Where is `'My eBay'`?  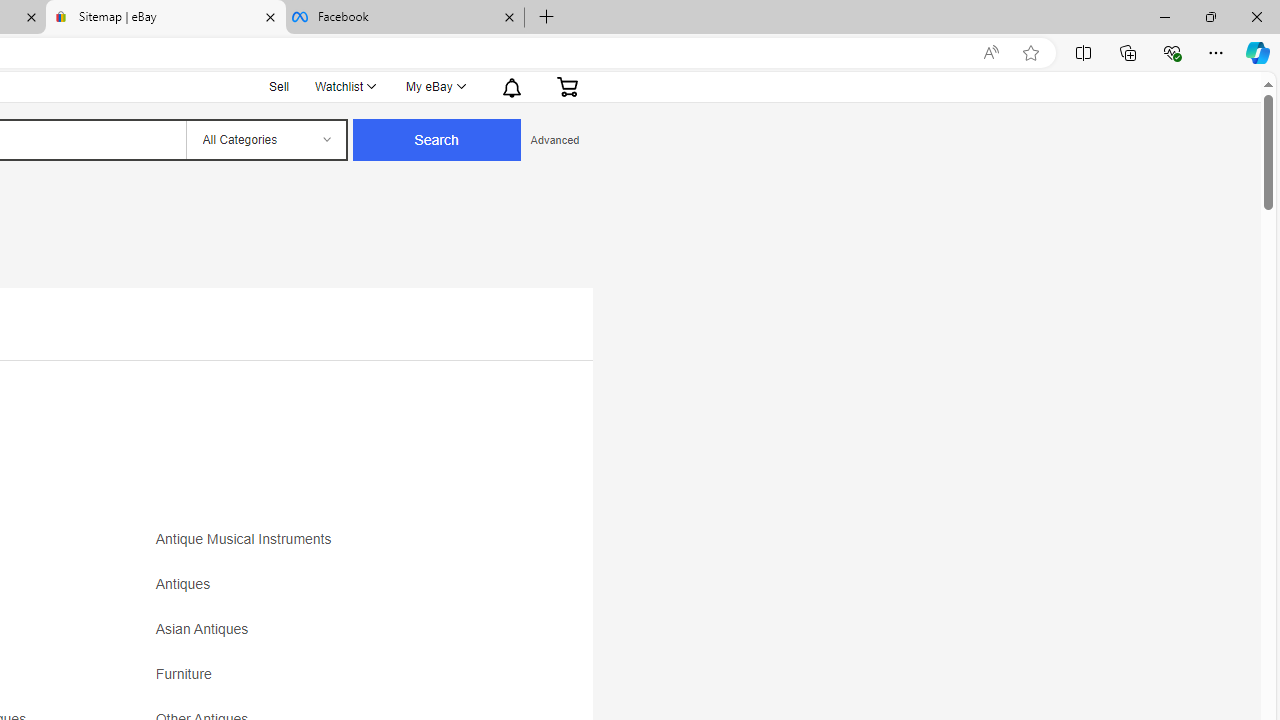 'My eBay' is located at coordinates (434, 86).